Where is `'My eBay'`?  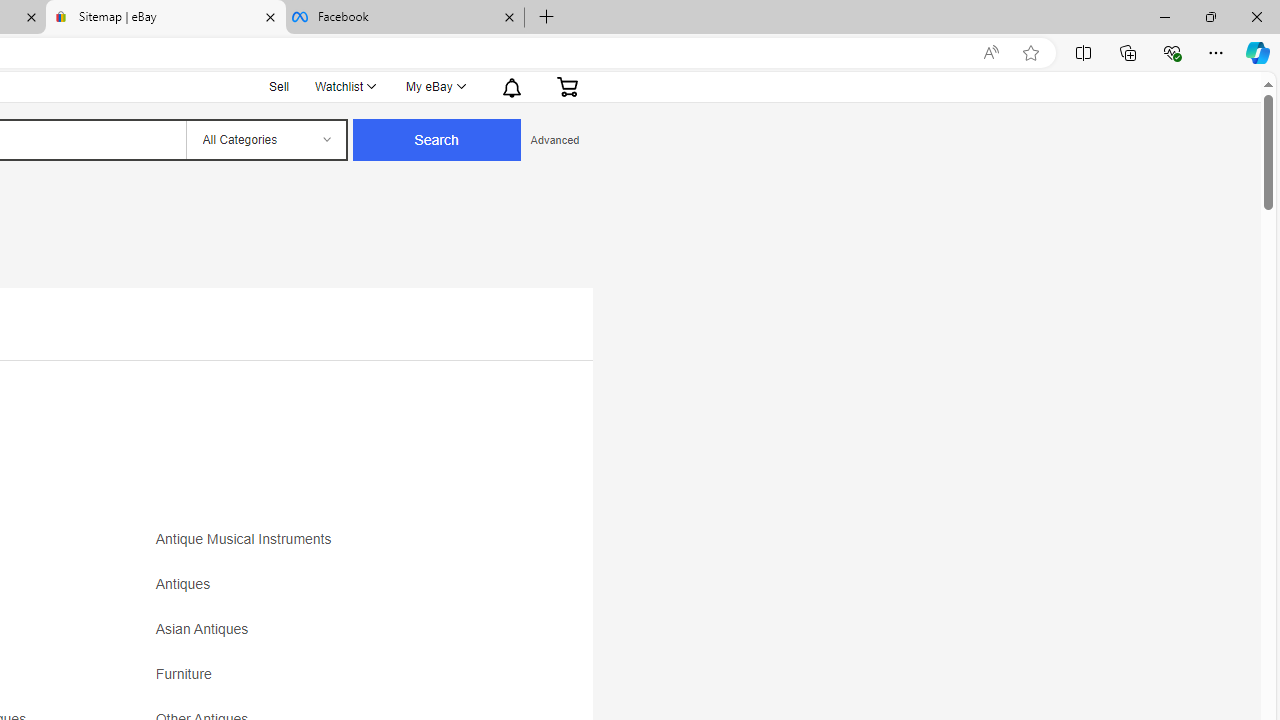 'My eBay' is located at coordinates (434, 86).